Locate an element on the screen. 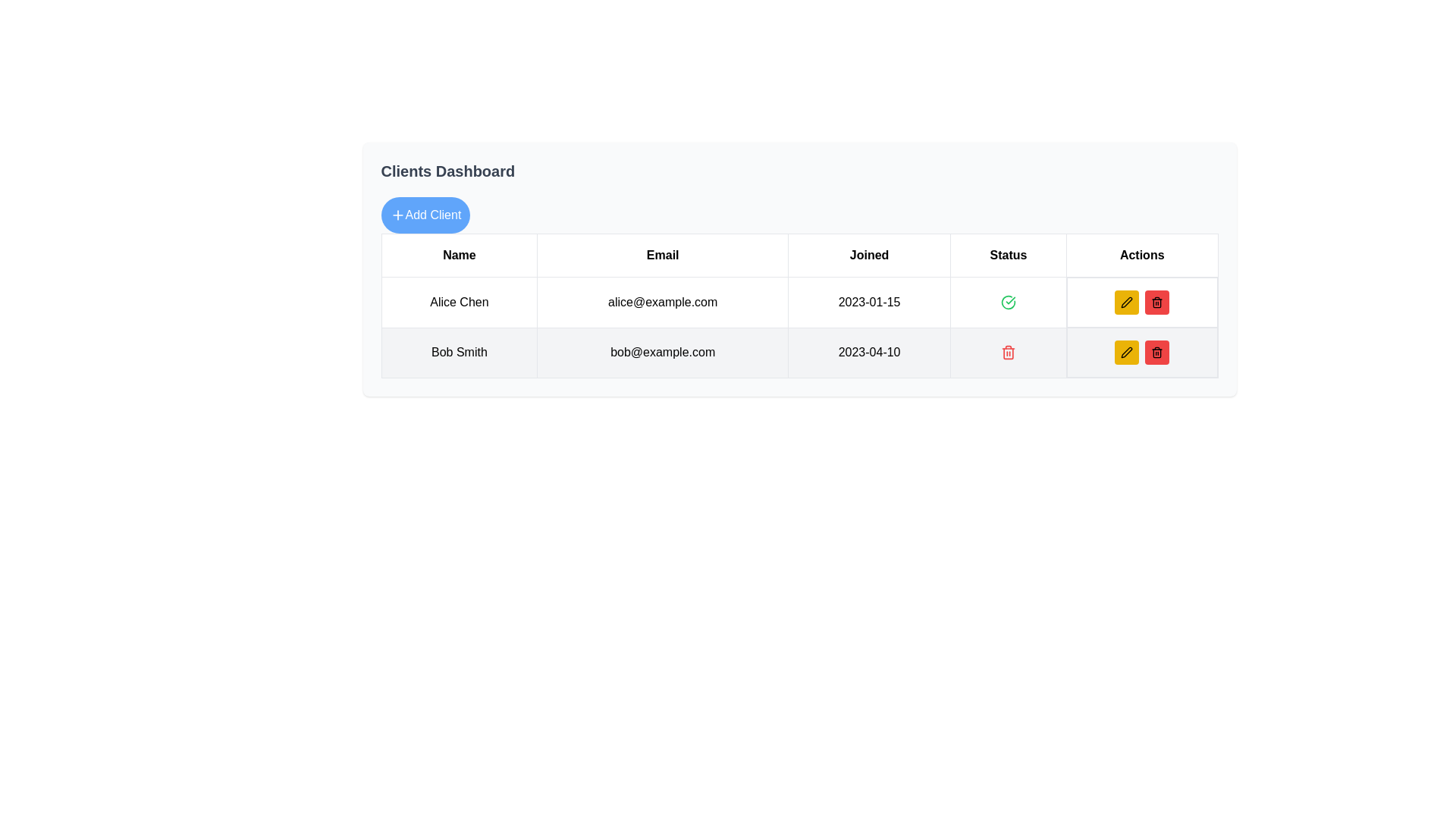  the middle segment of the trash icon in the 'Actions' column for user 'Bob Smith', which represents the delete action is located at coordinates (1156, 303).